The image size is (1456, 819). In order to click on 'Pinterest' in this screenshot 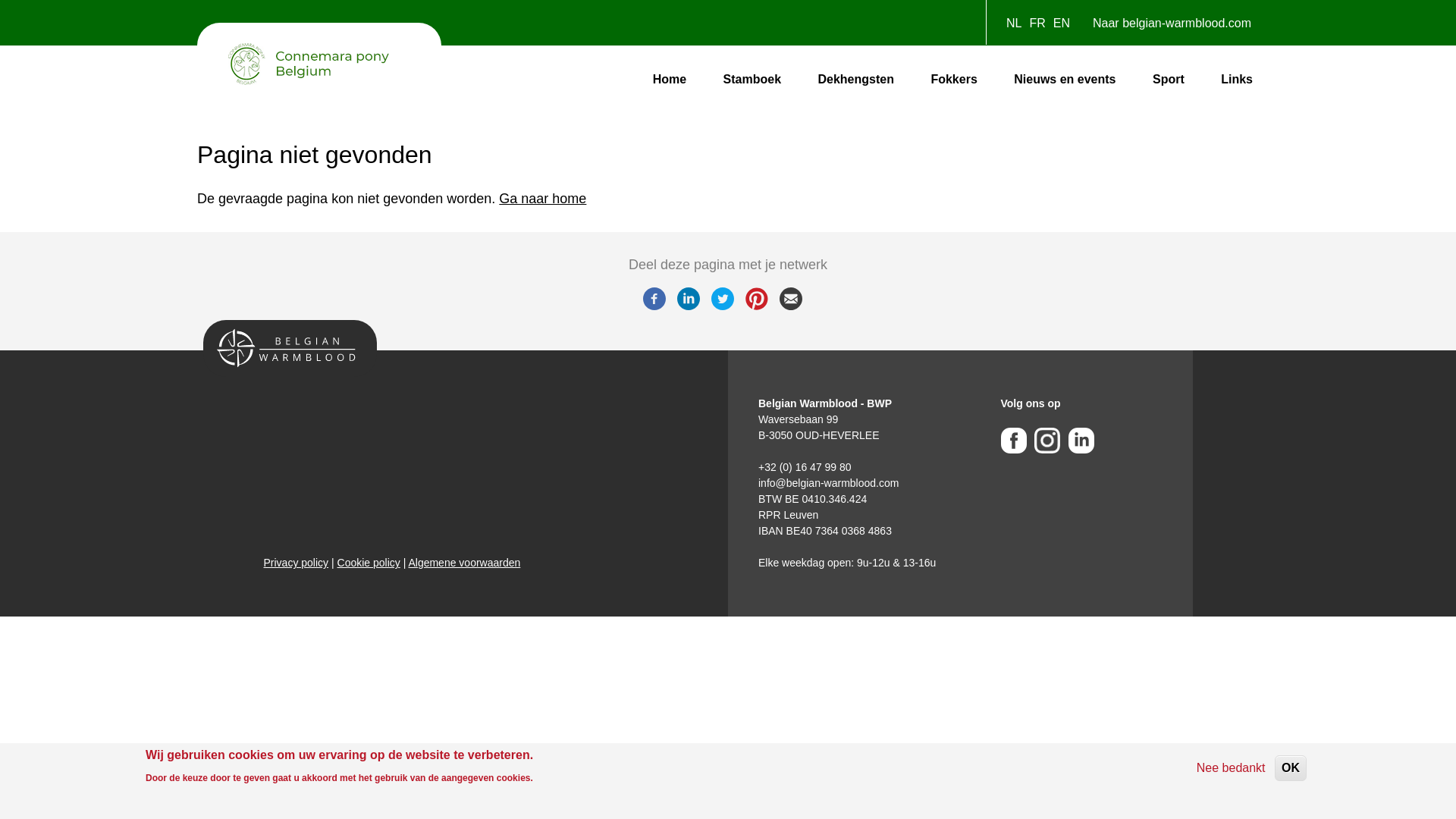, I will do `click(756, 306)`.